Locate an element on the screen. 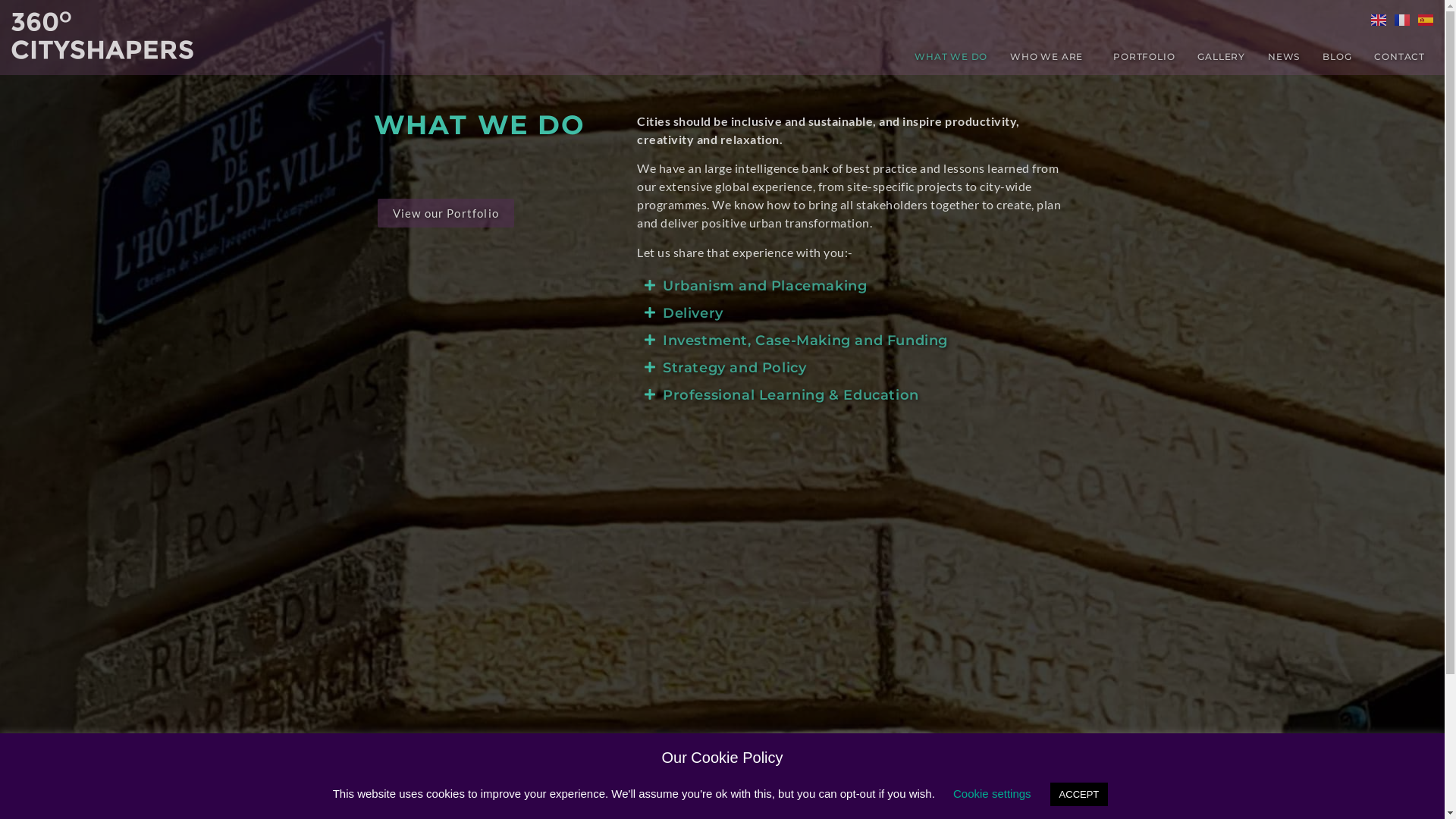  'NEWS' is located at coordinates (1283, 55).